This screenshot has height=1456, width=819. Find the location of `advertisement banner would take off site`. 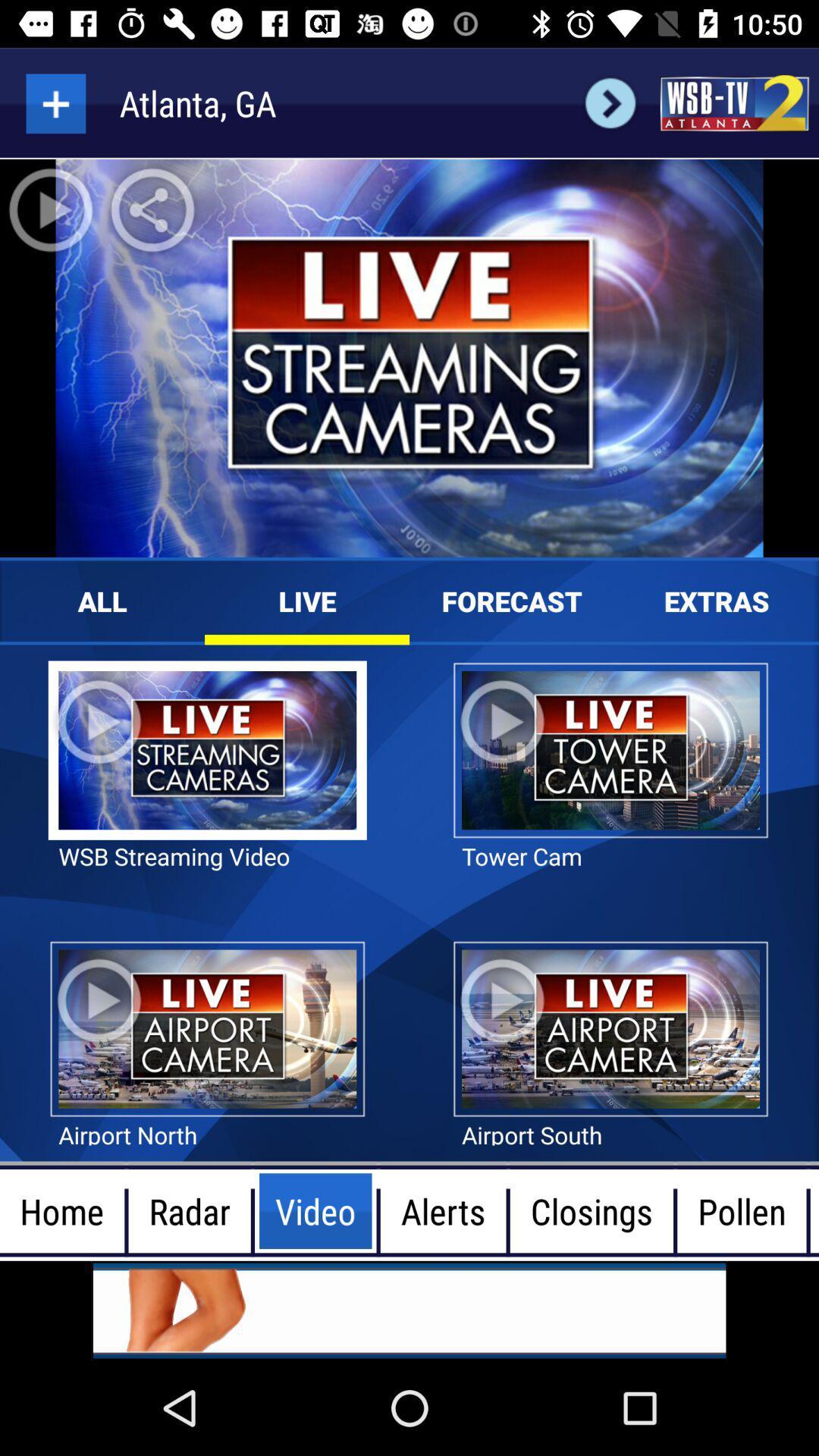

advertisement banner would take off site is located at coordinates (409, 1310).